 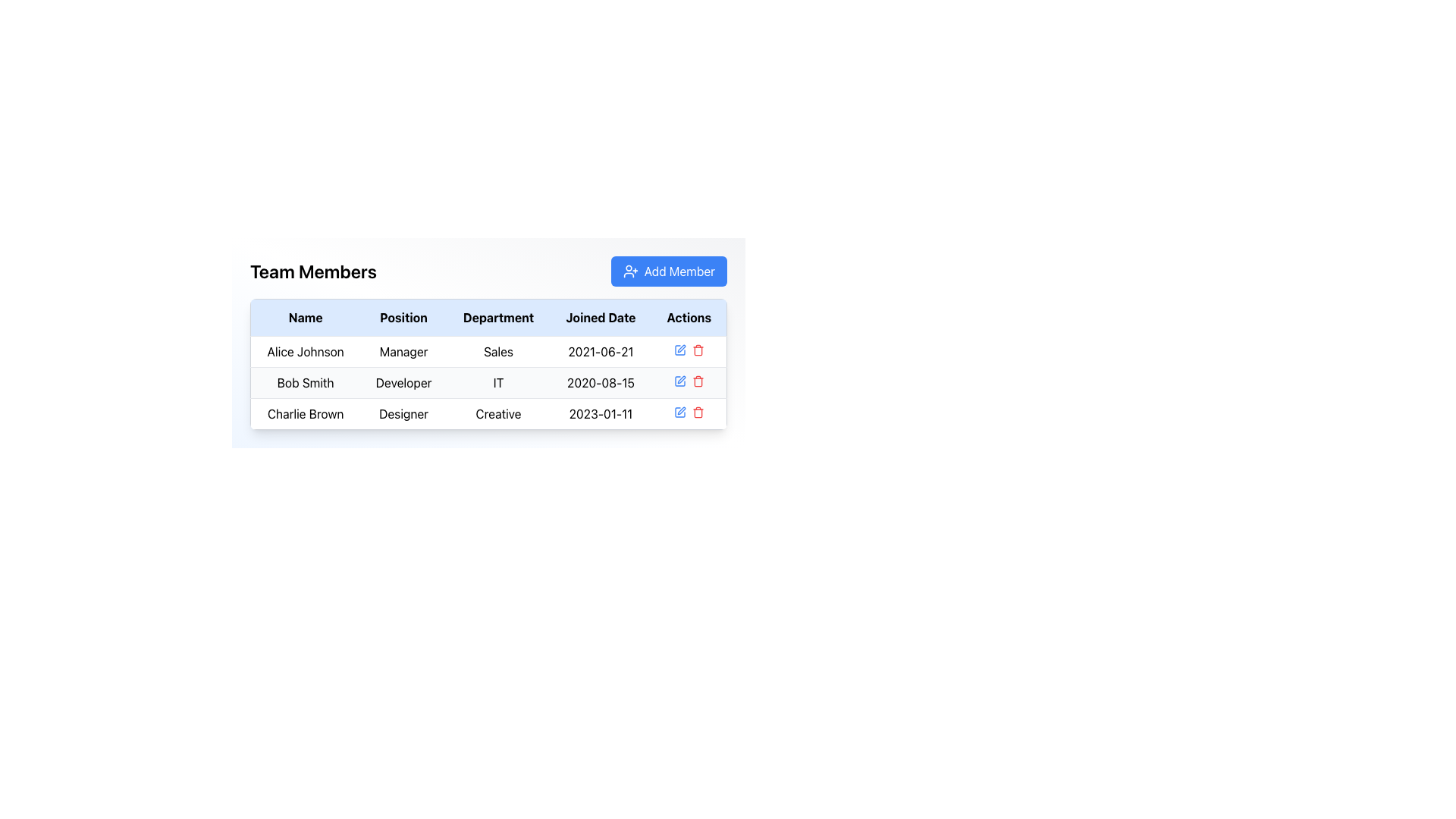 What do you see at coordinates (304, 414) in the screenshot?
I see `the text label displaying the name 'Charlie Brown' in the third row of the 'Team Members' table under the 'Name' column` at bounding box center [304, 414].